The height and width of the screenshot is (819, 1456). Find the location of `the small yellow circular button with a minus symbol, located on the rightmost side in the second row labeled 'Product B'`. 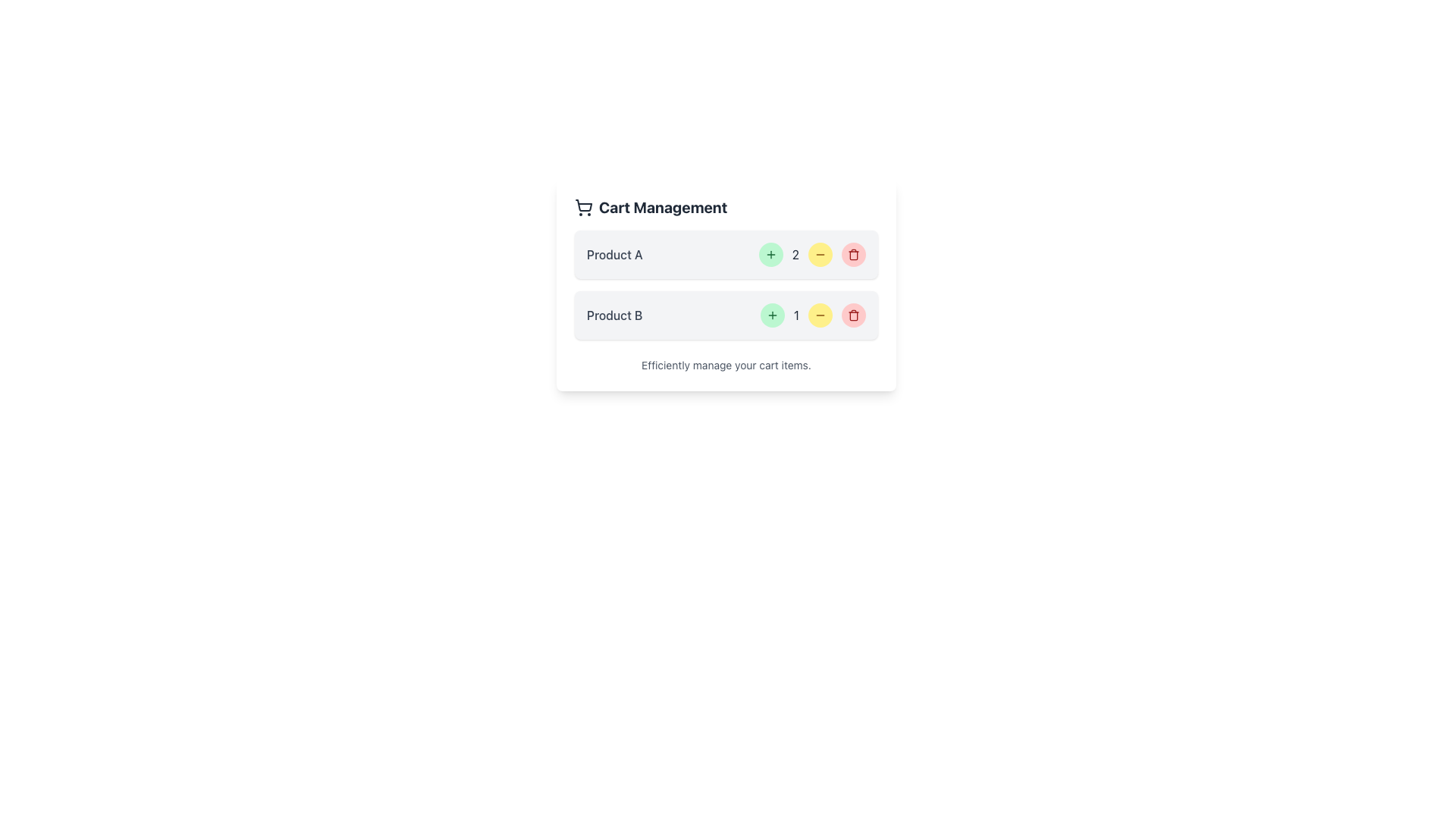

the small yellow circular button with a minus symbol, located on the rightmost side in the second row labeled 'Product B' is located at coordinates (819, 315).